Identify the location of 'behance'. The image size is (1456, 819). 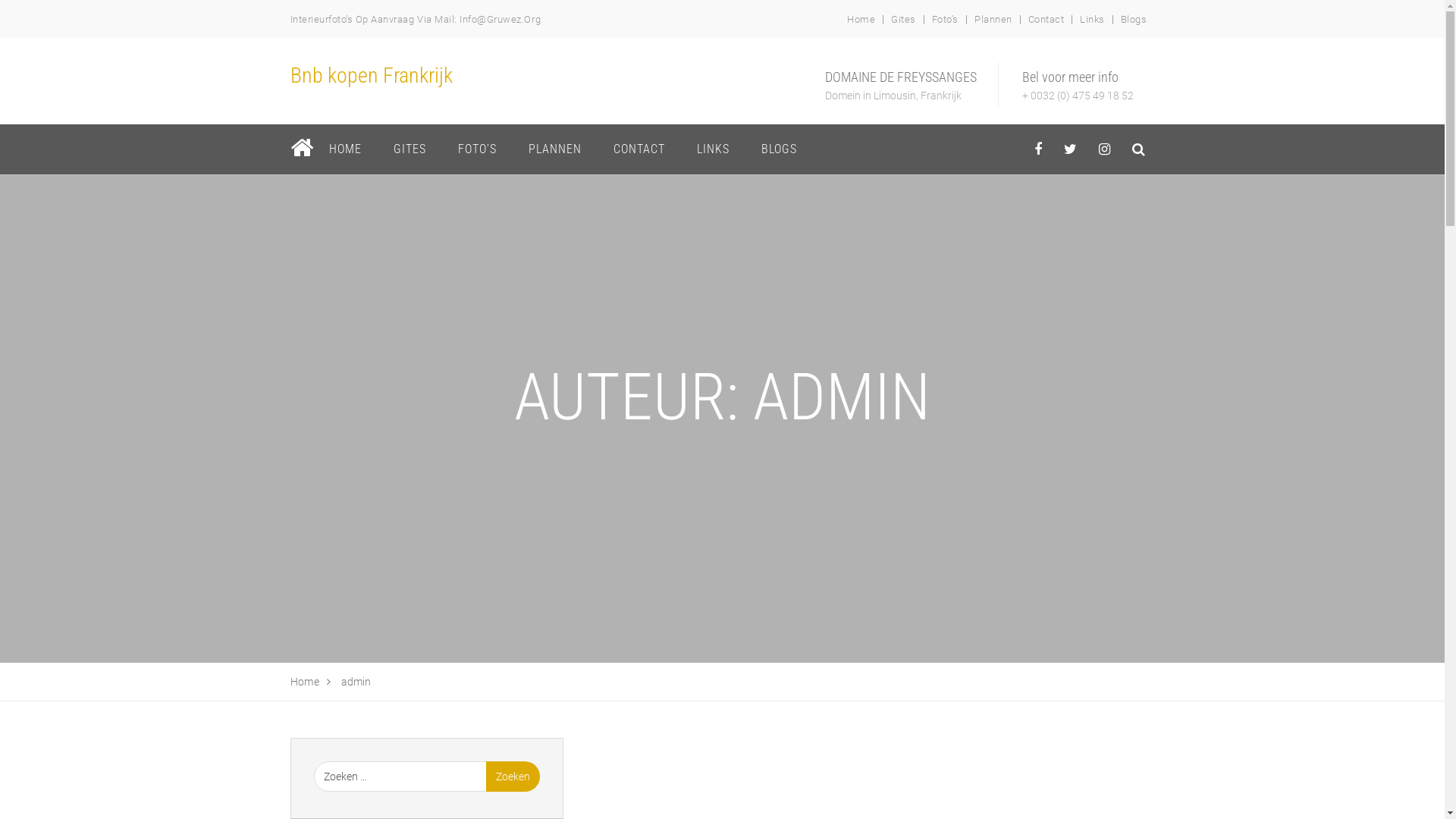
(1138, 149).